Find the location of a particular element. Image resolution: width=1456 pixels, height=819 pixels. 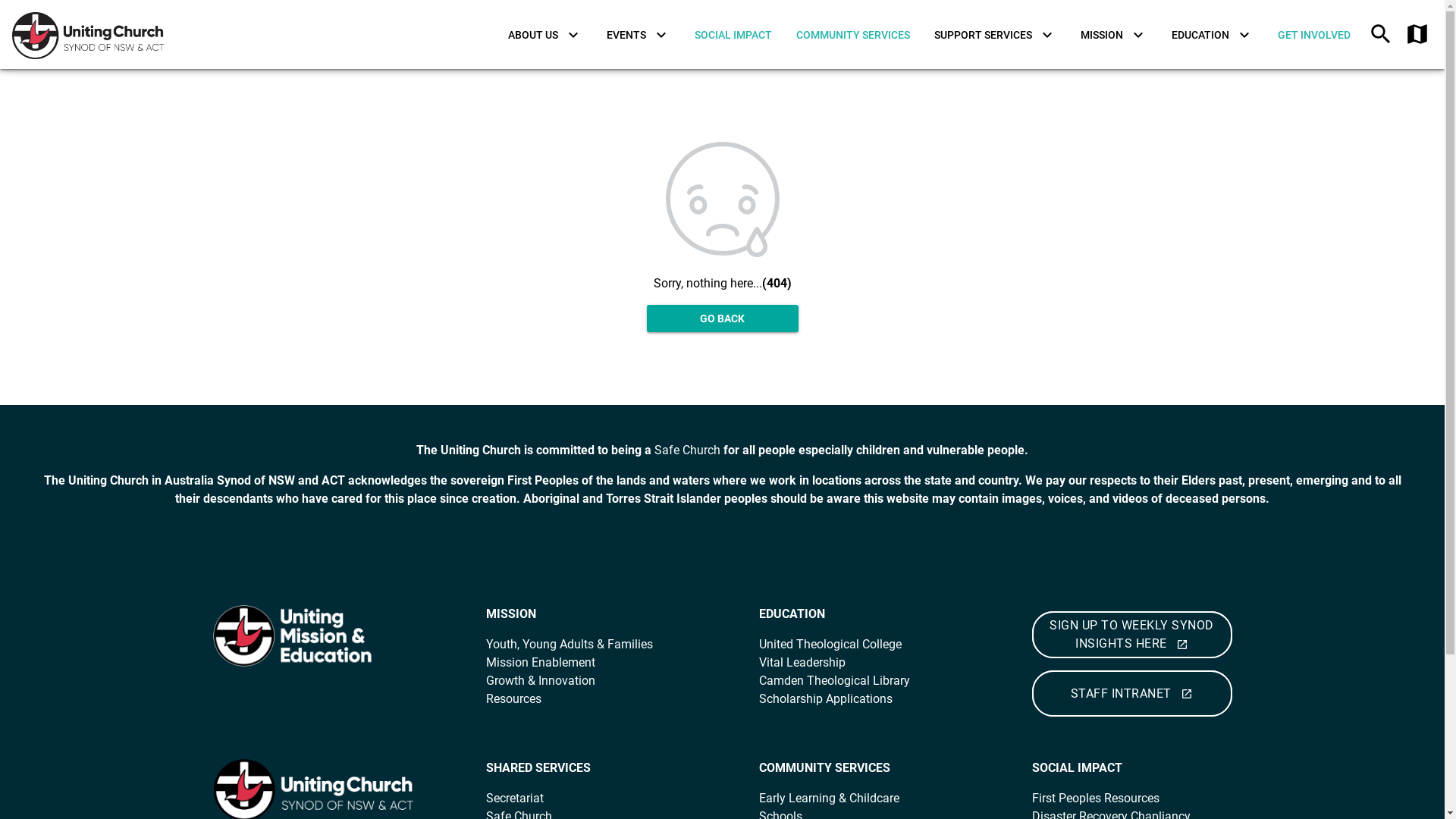

'EVENTS is located at coordinates (638, 34).